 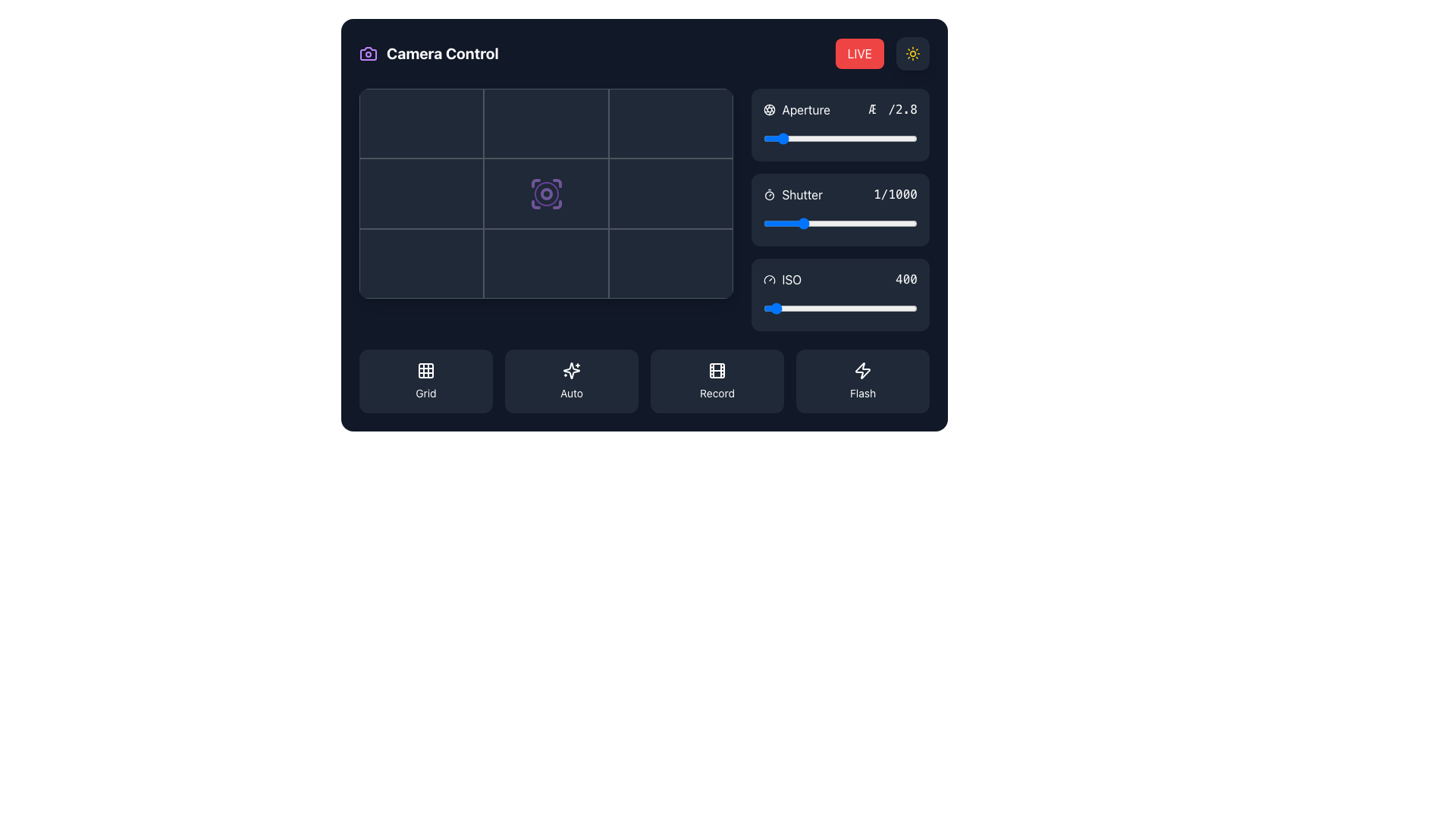 What do you see at coordinates (425, 380) in the screenshot?
I see `the 'Grid' button, which is a rectangular button with a dark background, featuring a grid icon above the text label 'Grid'. This button is the first in a group of four buttons located at the bottom of the interface` at bounding box center [425, 380].